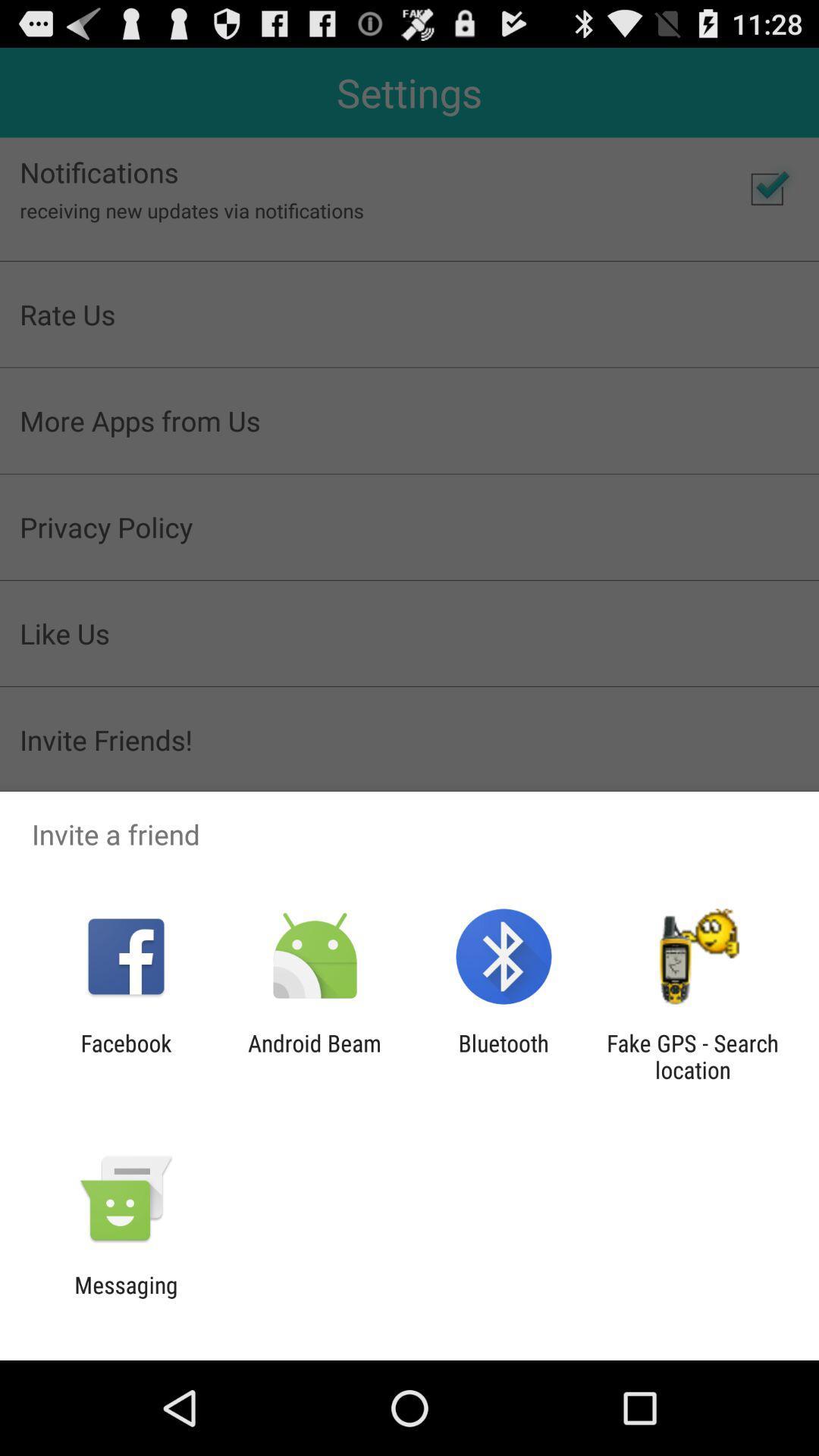 This screenshot has height=1456, width=819. I want to click on item to the right of bluetooth icon, so click(692, 1056).